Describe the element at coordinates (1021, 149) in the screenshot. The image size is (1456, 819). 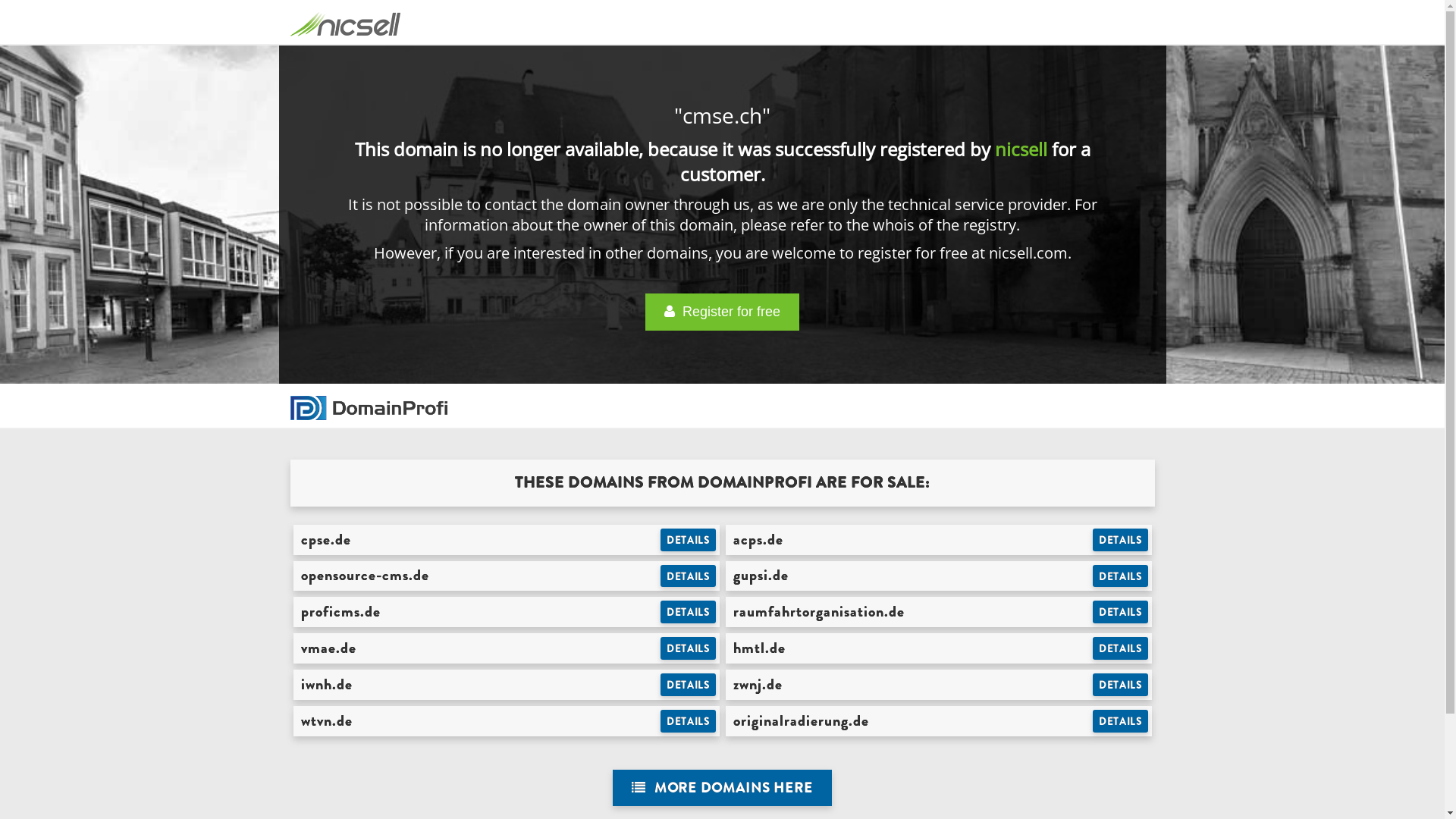
I see `'nicsell'` at that location.